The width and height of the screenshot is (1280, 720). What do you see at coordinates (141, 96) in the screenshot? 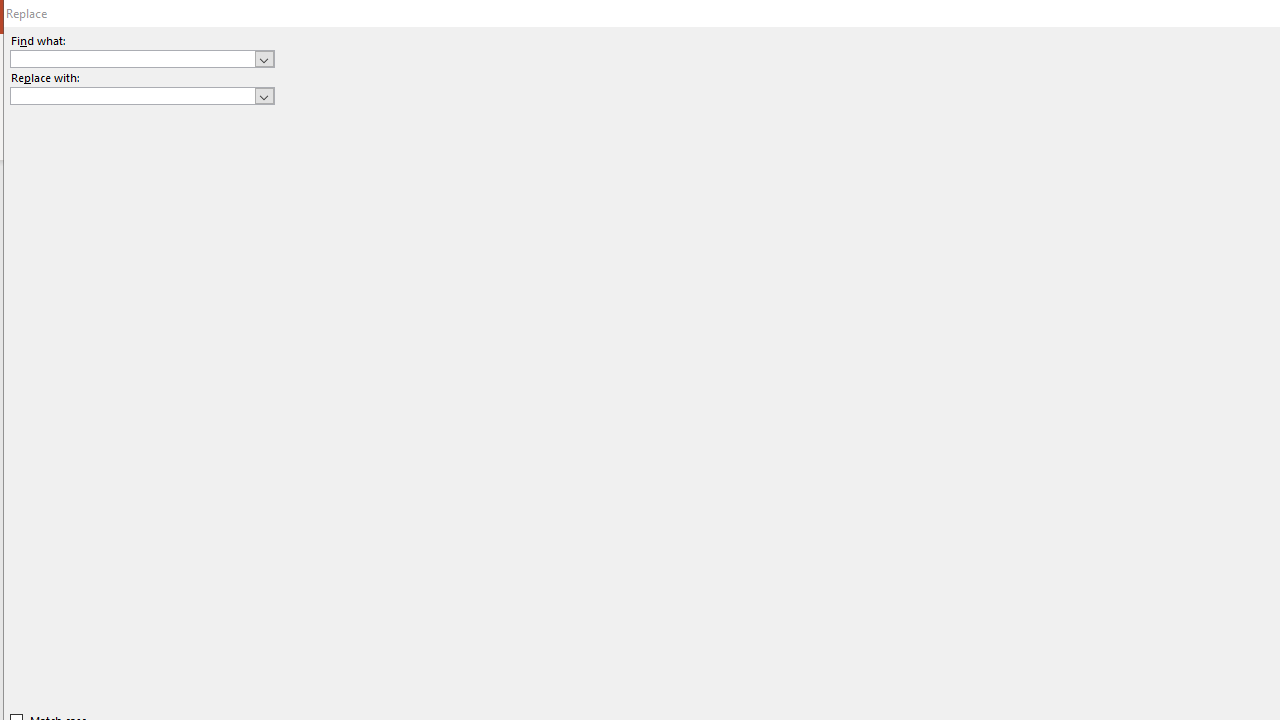
I see `'Replace with'` at bounding box center [141, 96].